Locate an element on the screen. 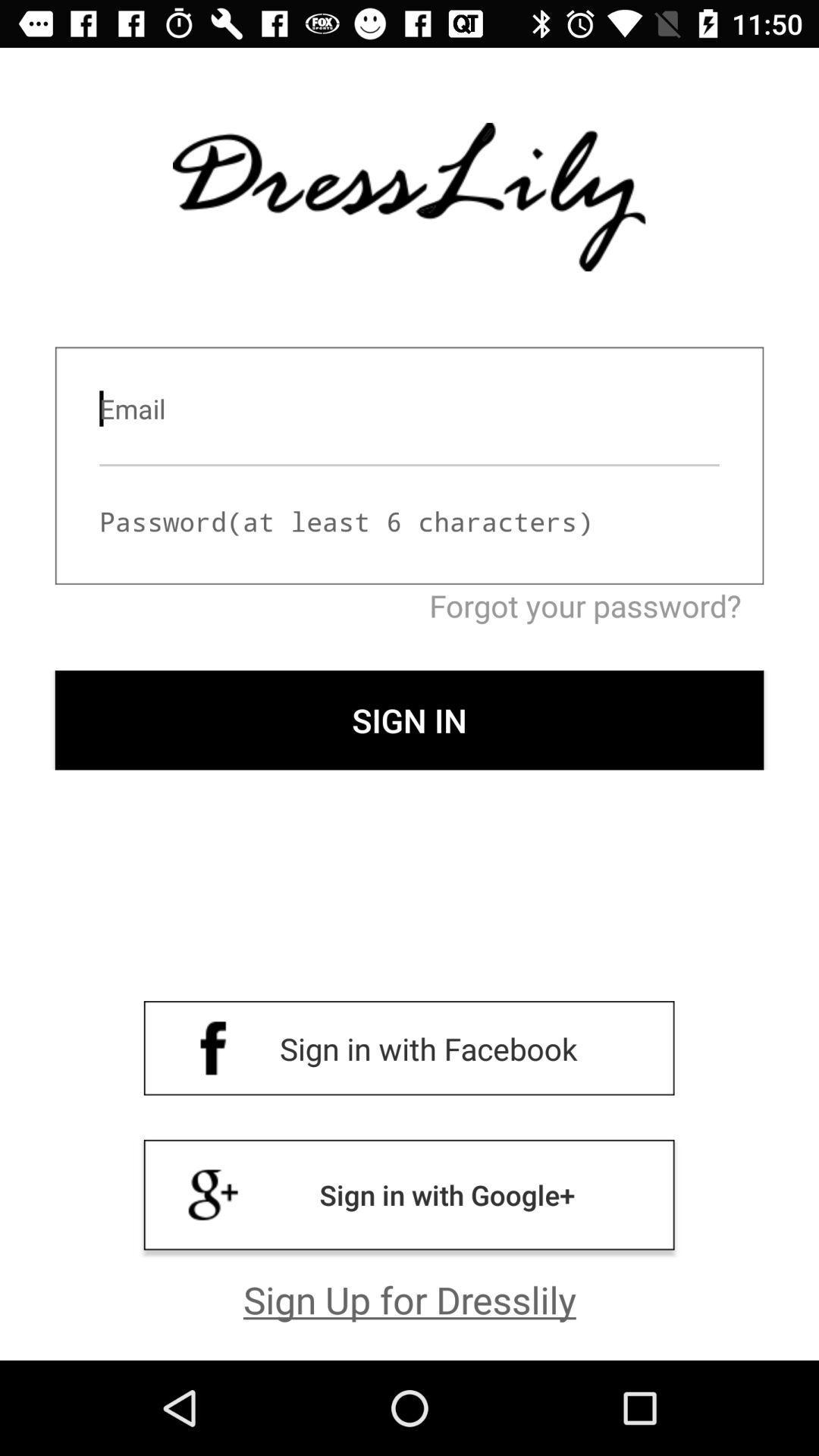  input password is located at coordinates (409, 521).